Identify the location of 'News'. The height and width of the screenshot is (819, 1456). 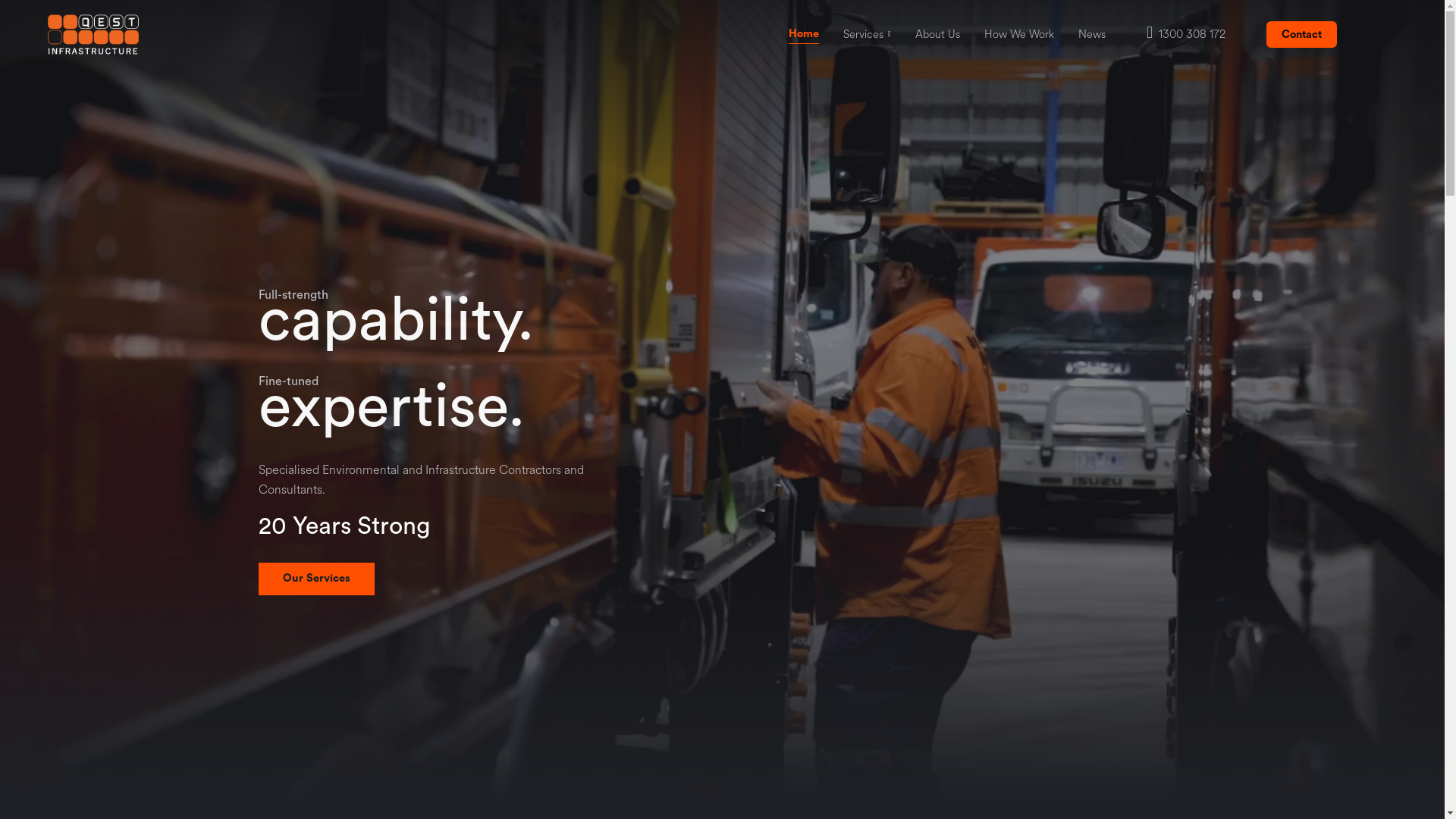
(1077, 34).